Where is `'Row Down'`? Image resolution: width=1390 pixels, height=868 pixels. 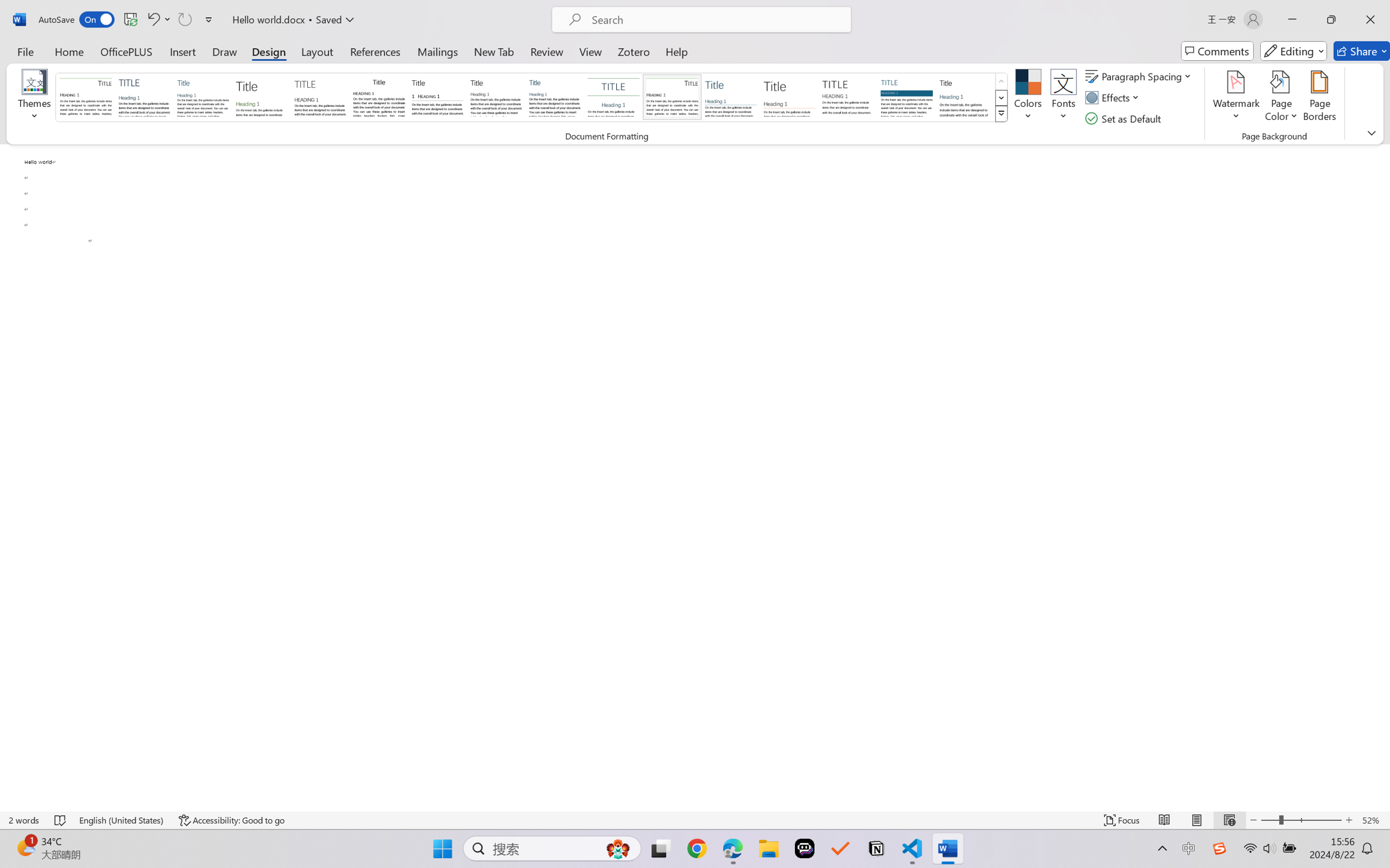
'Row Down' is located at coordinates (1001, 98).